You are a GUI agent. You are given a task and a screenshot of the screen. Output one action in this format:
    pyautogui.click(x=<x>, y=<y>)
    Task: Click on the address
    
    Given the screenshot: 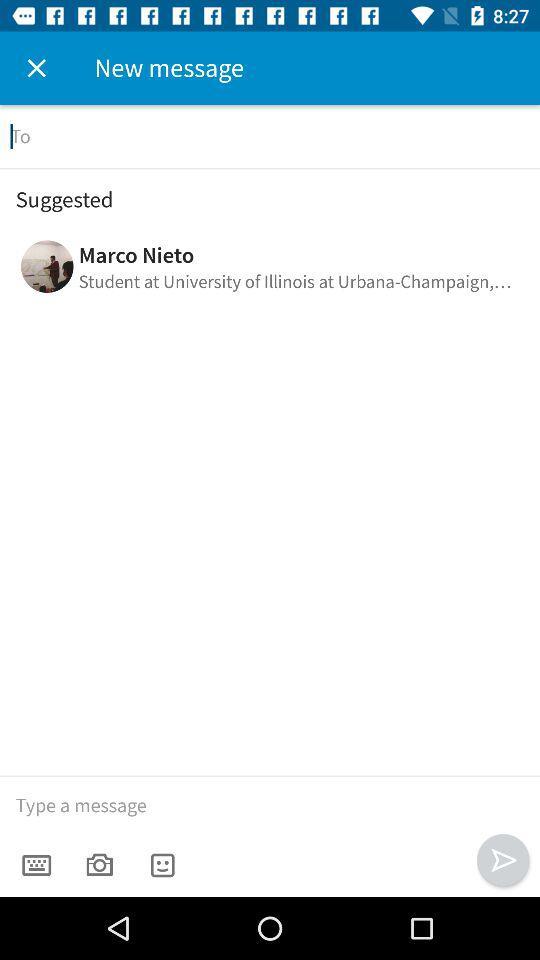 What is the action you would take?
    pyautogui.click(x=270, y=135)
    